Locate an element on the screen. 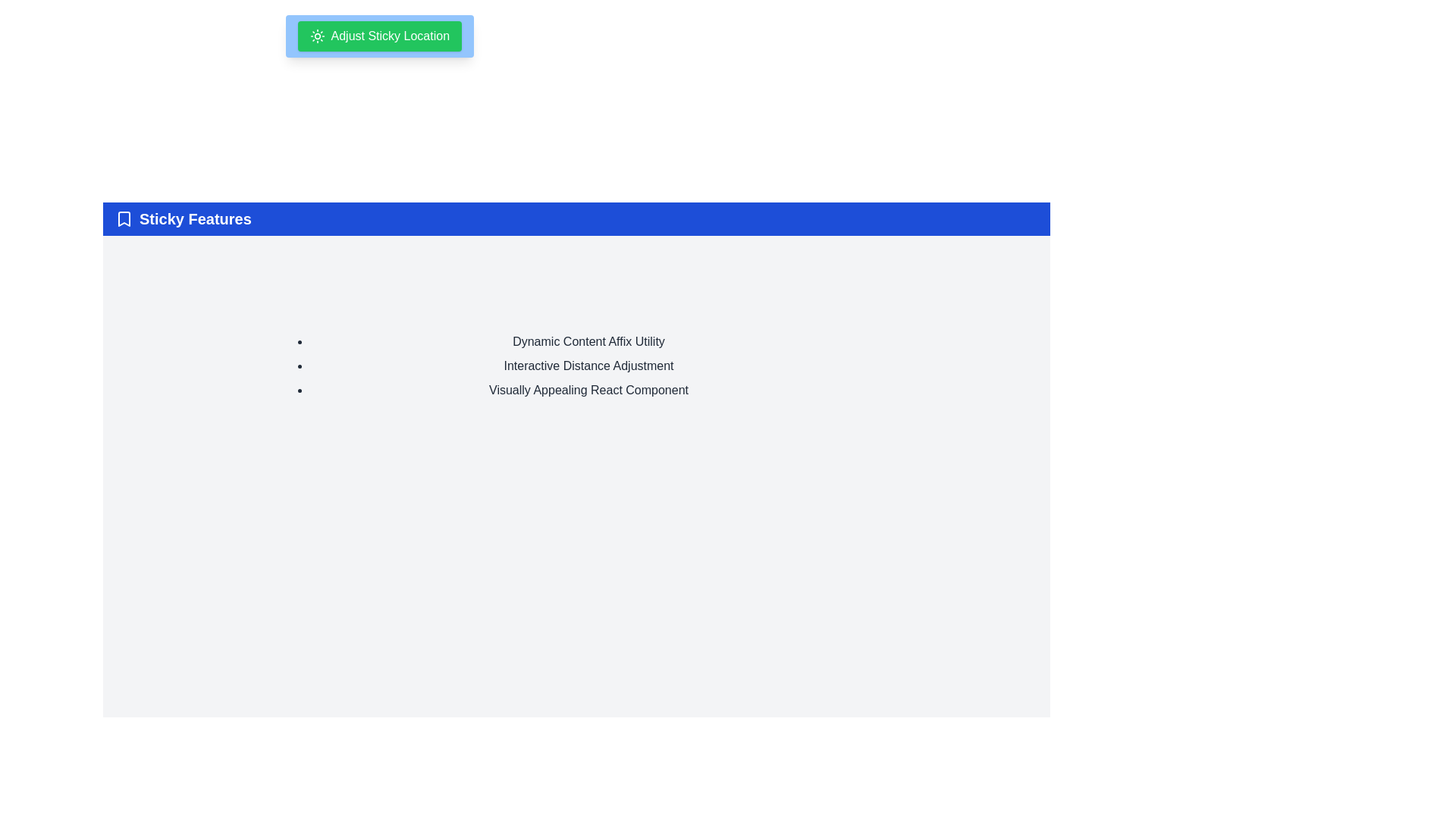 The width and height of the screenshot is (1456, 819). the text label displaying 'Interactive Distance Adjustment', which is the second item in a vertically-oriented bulleted list is located at coordinates (588, 366).